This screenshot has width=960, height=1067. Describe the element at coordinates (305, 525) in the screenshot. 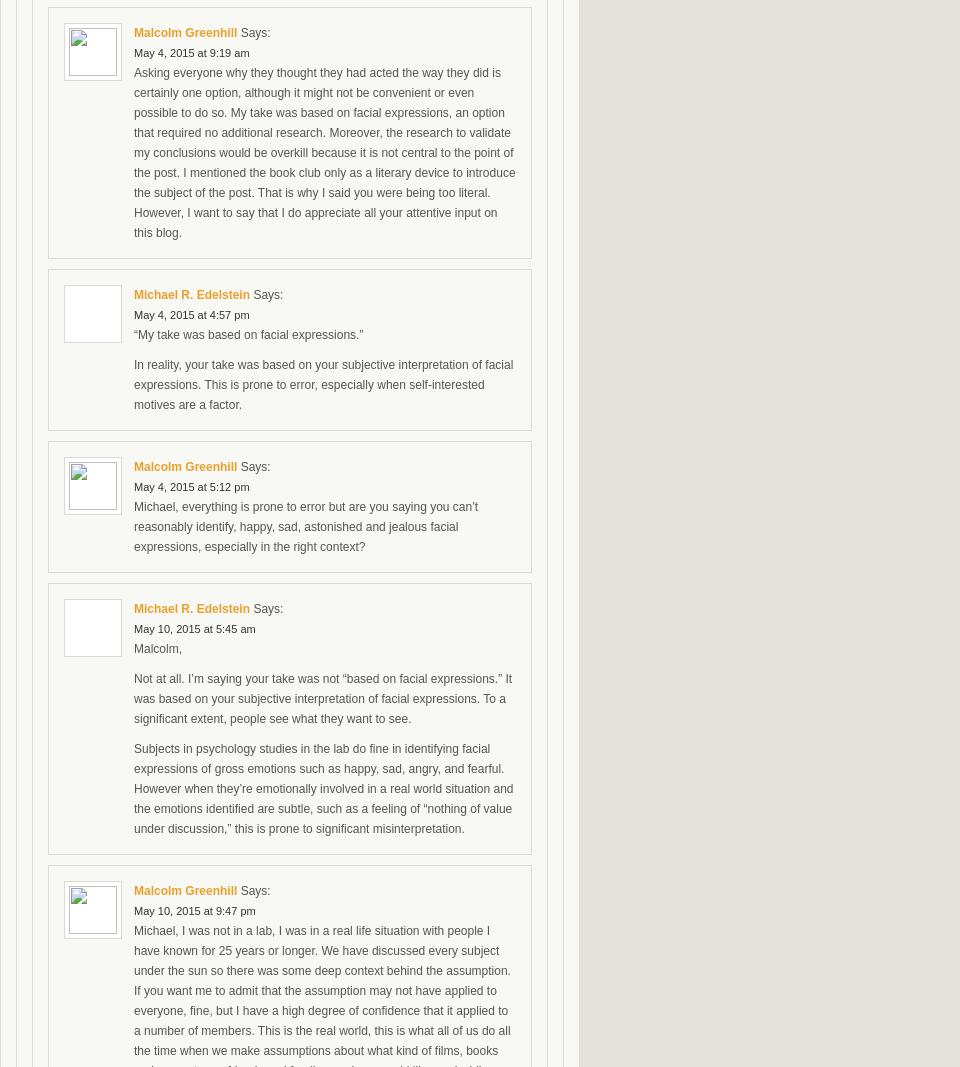

I see `'Michael, everything is prone to error but are you saying you can’t reasonably identify, happy, sad, astonished and jealous facial expressions, especially in the right context?'` at that location.